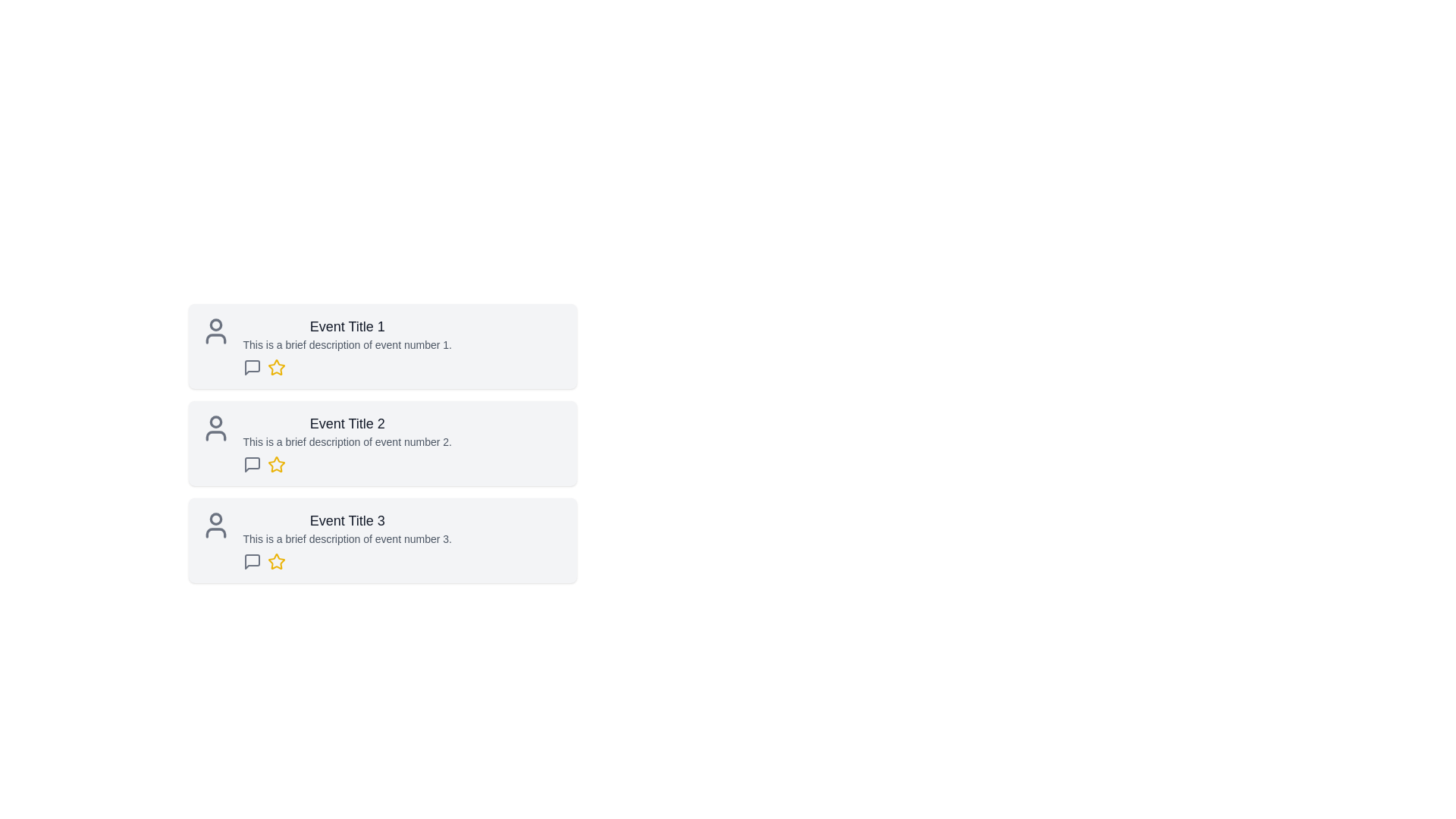  What do you see at coordinates (347, 540) in the screenshot?
I see `text displayed in the textual content block of the third event card, which contains the title and a short description of the event` at bounding box center [347, 540].